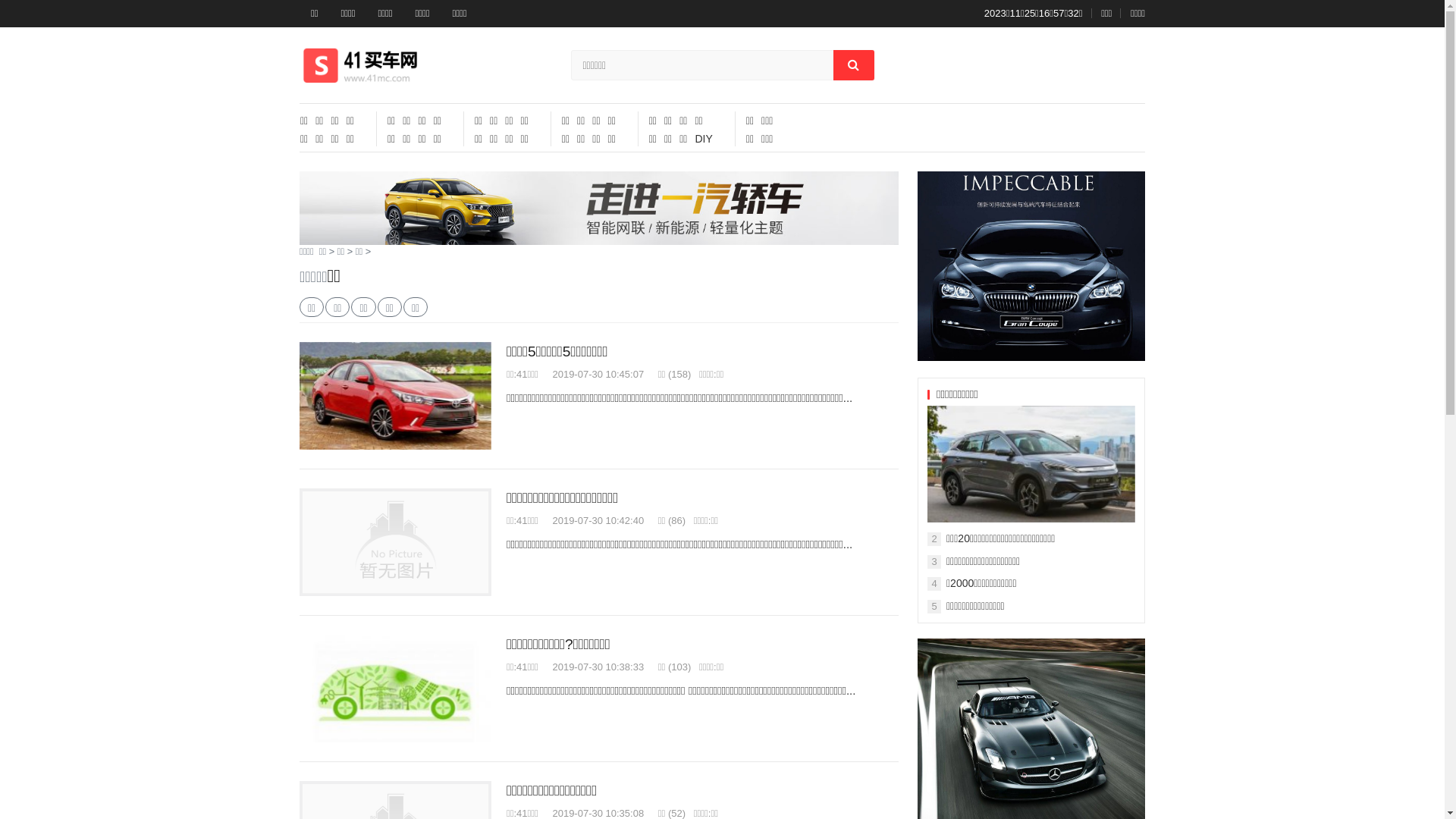 The height and width of the screenshot is (819, 1456). Describe the element at coordinates (702, 138) in the screenshot. I see `'DIY'` at that location.